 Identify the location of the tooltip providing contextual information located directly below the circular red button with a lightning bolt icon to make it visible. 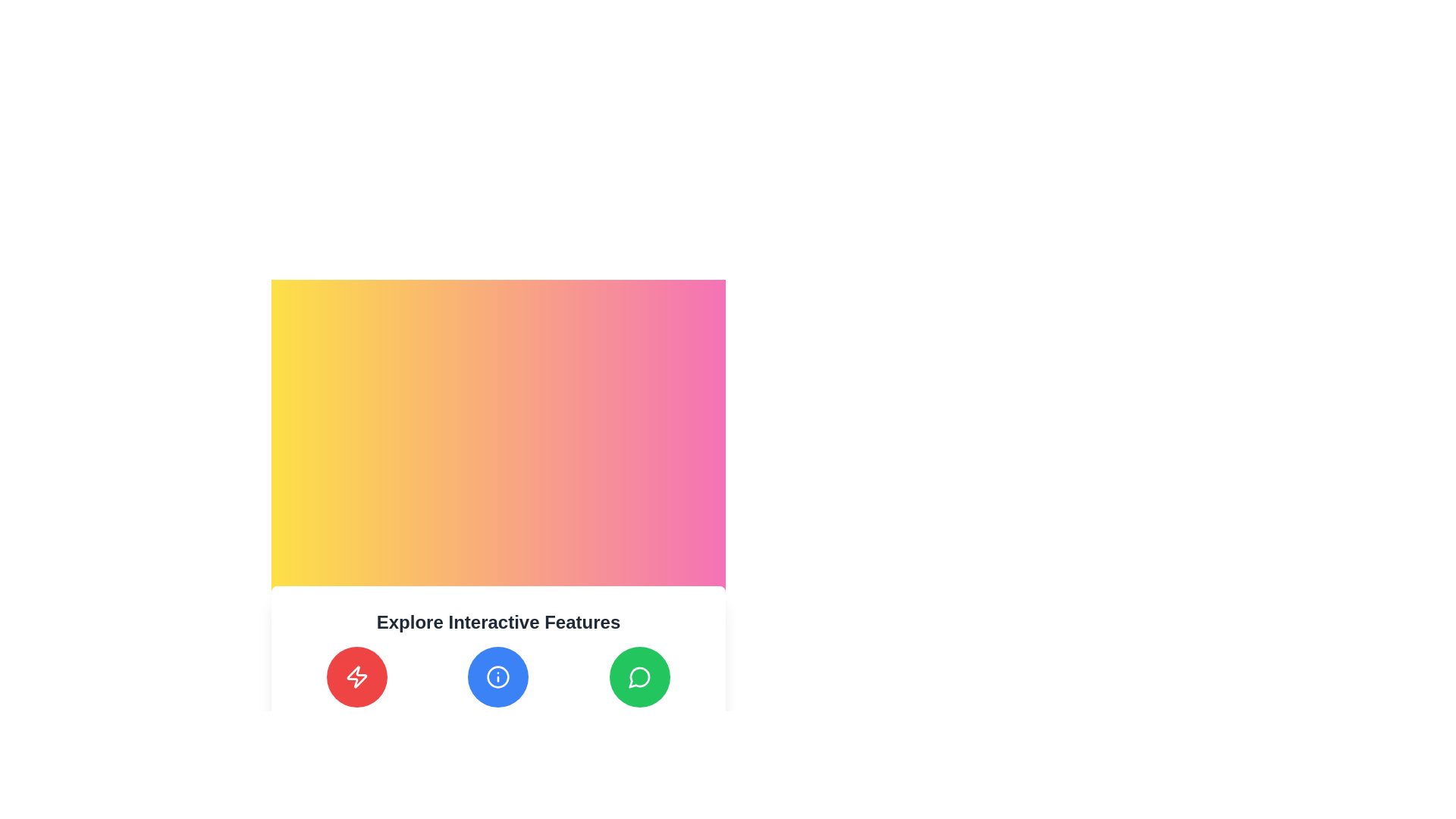
(356, 742).